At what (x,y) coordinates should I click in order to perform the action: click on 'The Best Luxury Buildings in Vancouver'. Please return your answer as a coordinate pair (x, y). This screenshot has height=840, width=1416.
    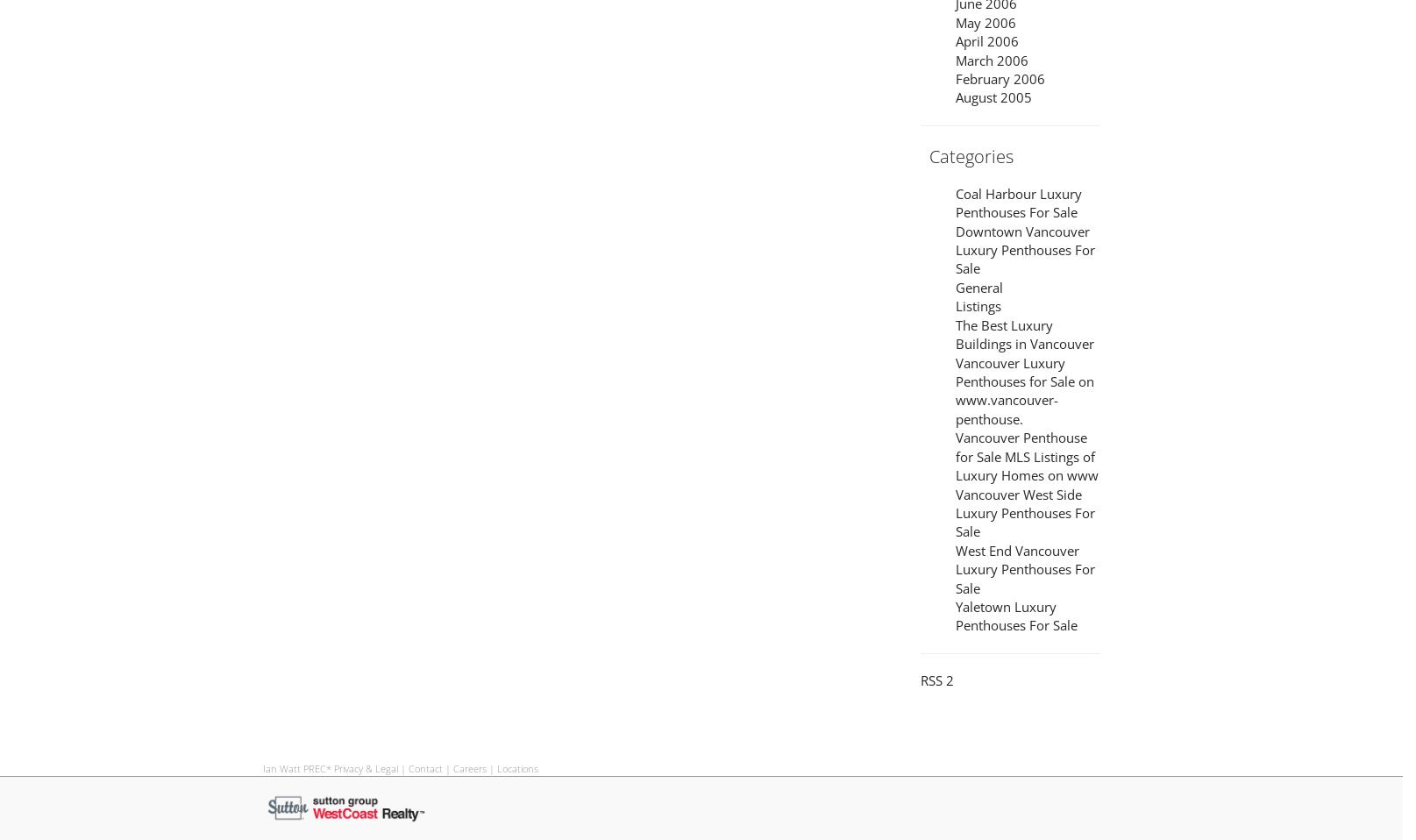
    Looking at the image, I should click on (1023, 332).